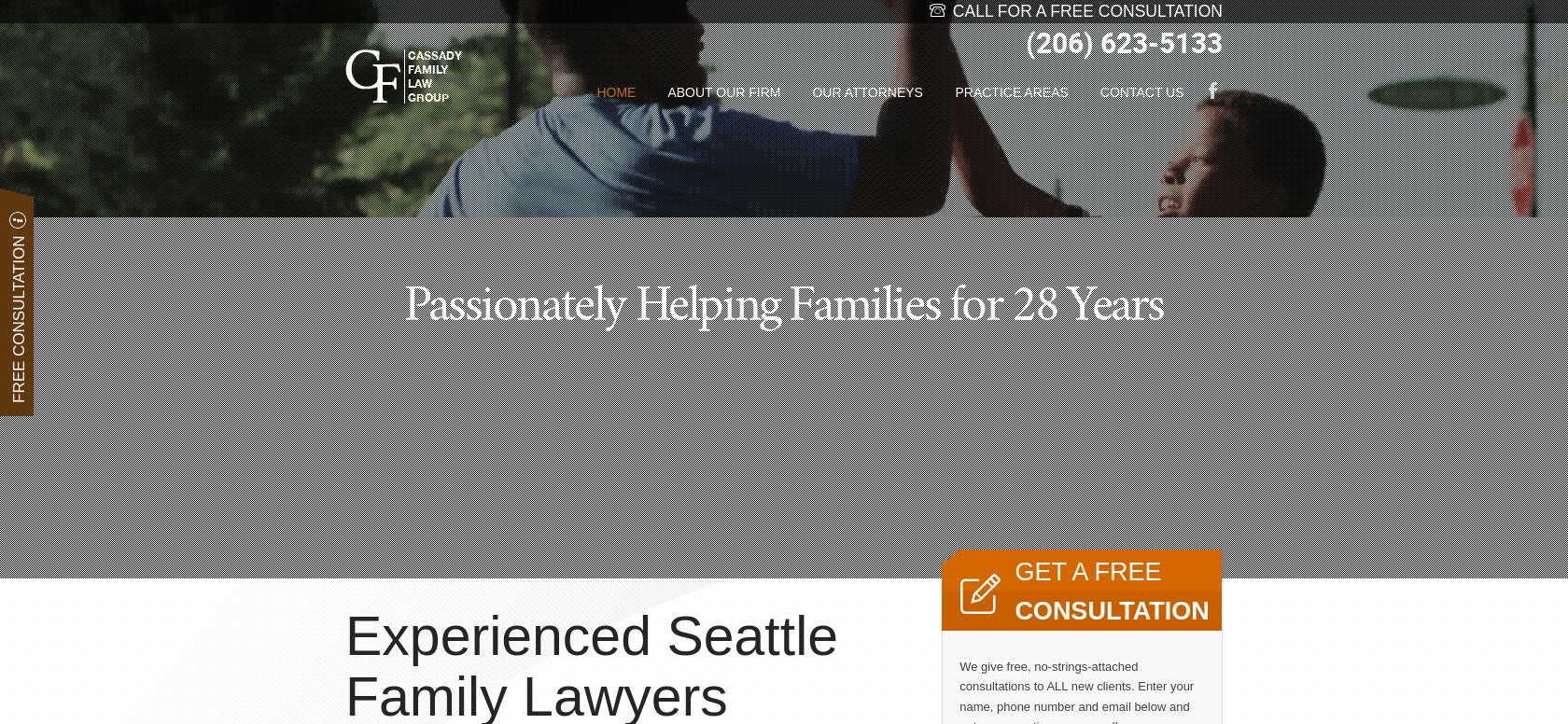 The image size is (1568, 724). I want to click on 'Our Attorneys', so click(867, 92).